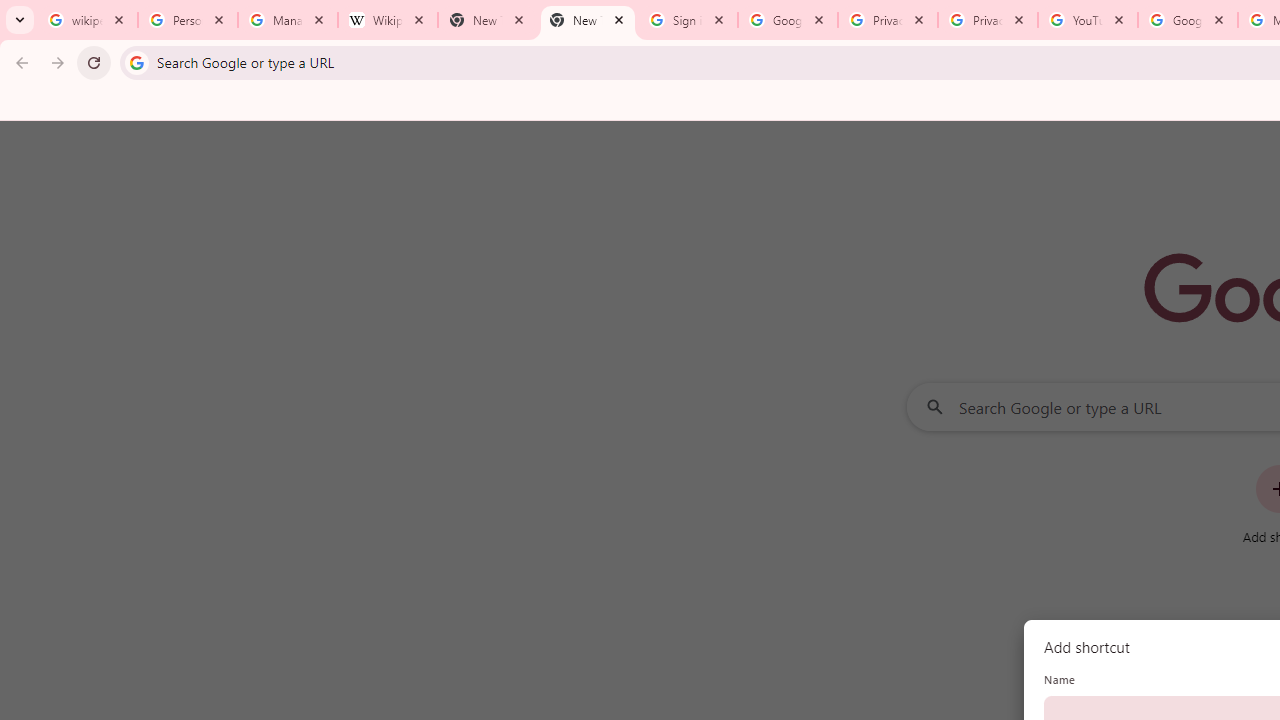 The image size is (1280, 720). I want to click on 'Sign in - Google Accounts', so click(688, 20).